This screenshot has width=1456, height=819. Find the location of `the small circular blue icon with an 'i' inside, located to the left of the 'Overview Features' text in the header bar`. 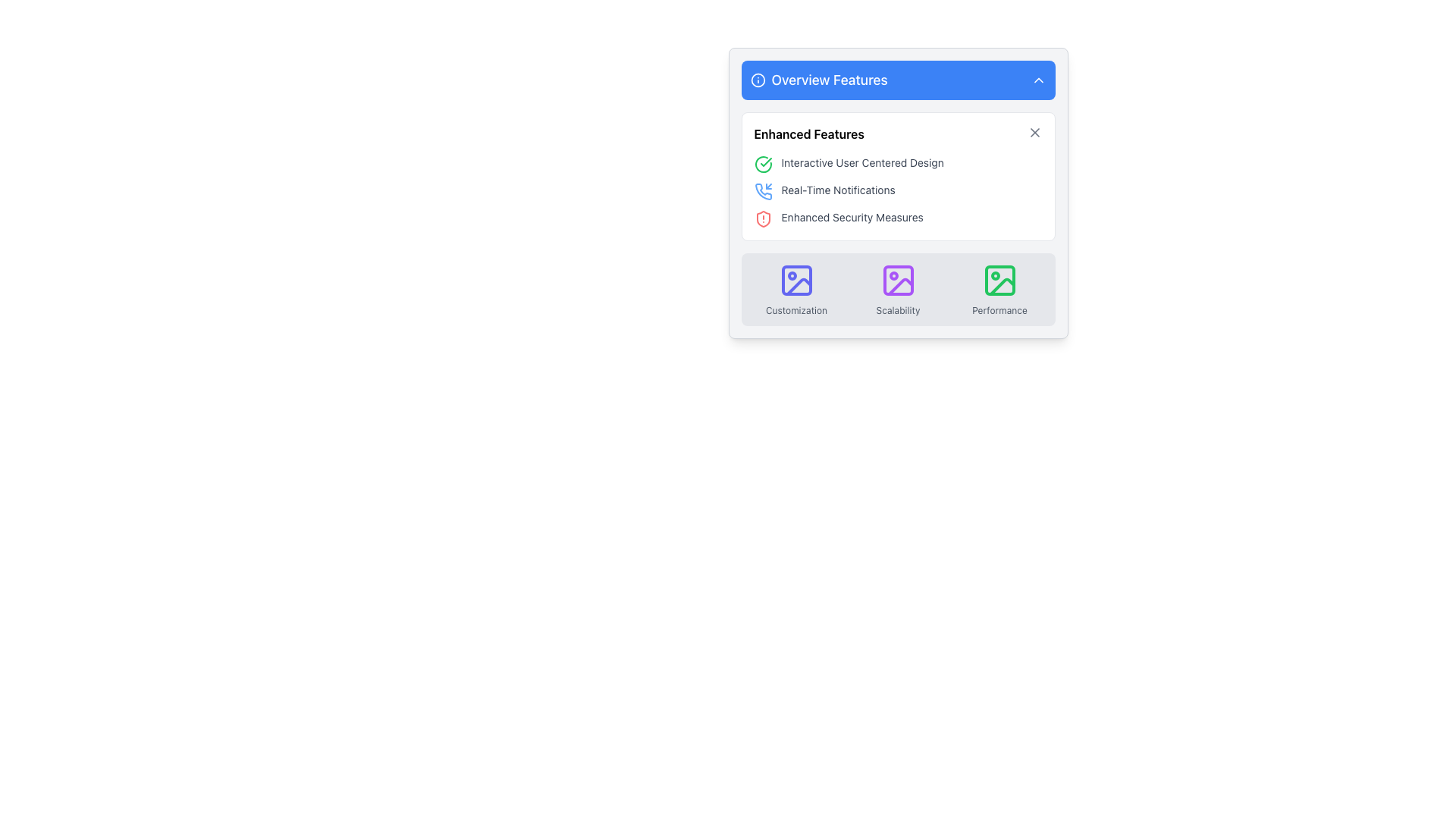

the small circular blue icon with an 'i' inside, located to the left of the 'Overview Features' text in the header bar is located at coordinates (758, 80).